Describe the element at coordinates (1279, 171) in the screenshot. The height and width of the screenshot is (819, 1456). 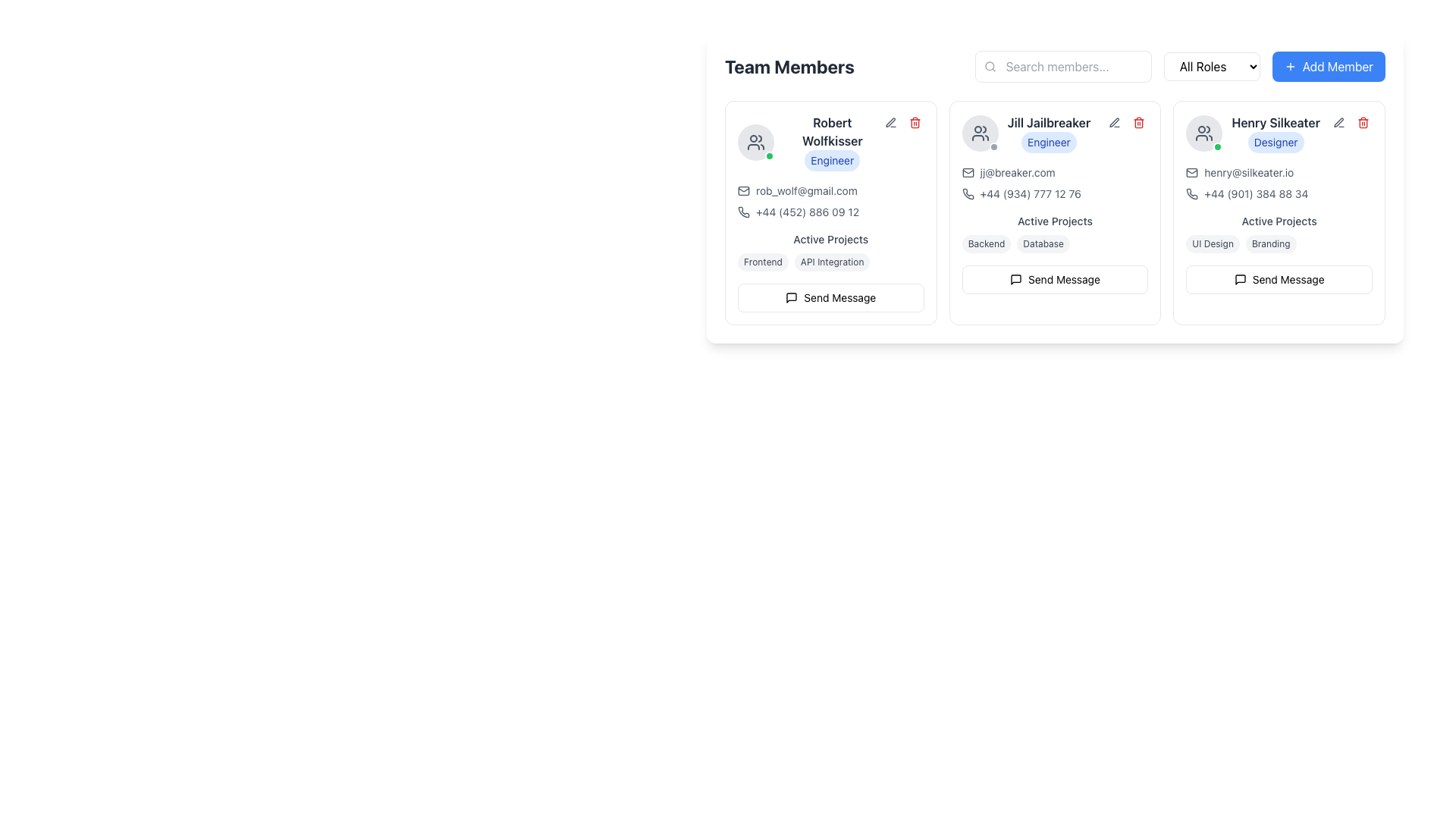
I see `the Interactive Text with Icon element displaying the email address 'henry@silkeater.io'` at that location.